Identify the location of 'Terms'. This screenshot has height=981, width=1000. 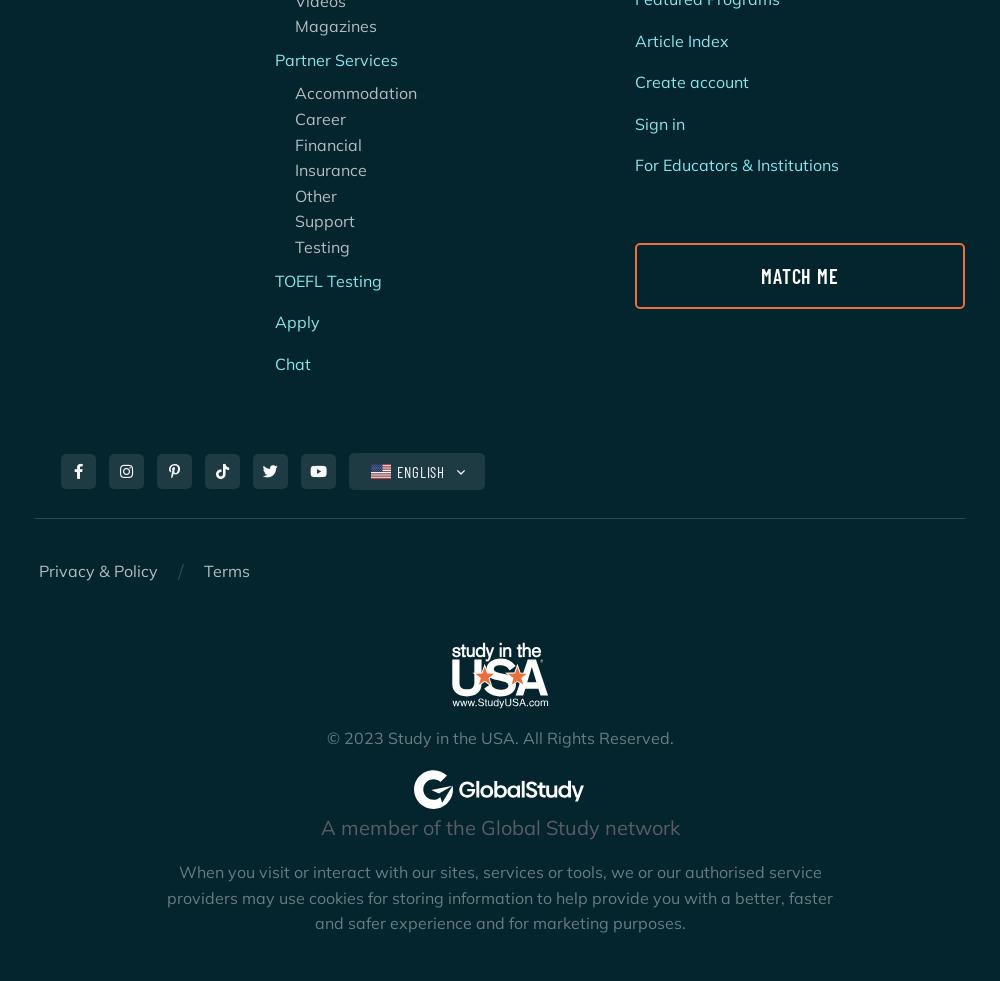
(226, 571).